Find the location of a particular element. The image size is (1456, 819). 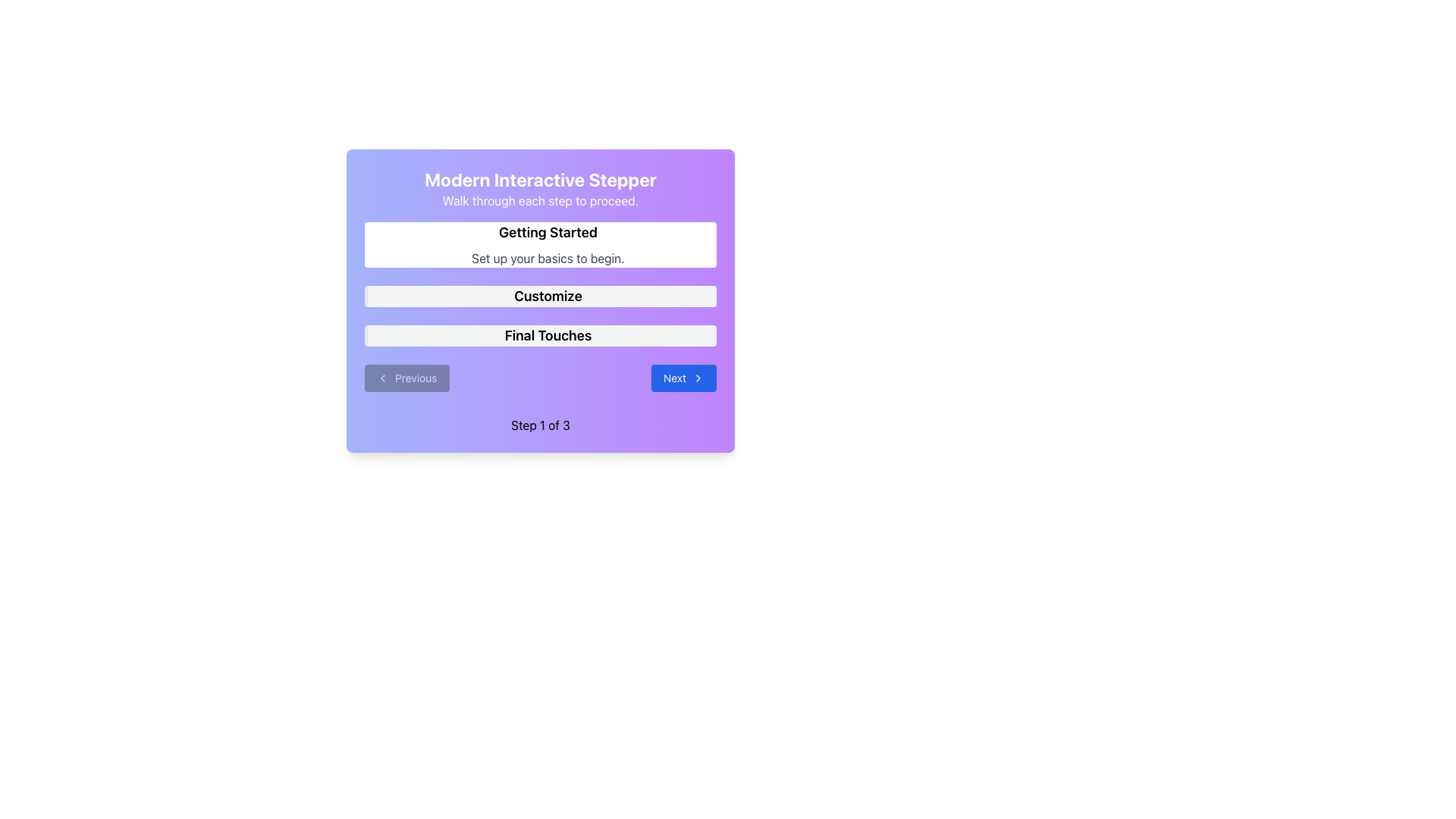

the text label reading 'Step 1 of 3', which is centered at the bottom of the interface, directly beneath the 'Previous' and 'Next' buttons is located at coordinates (541, 425).